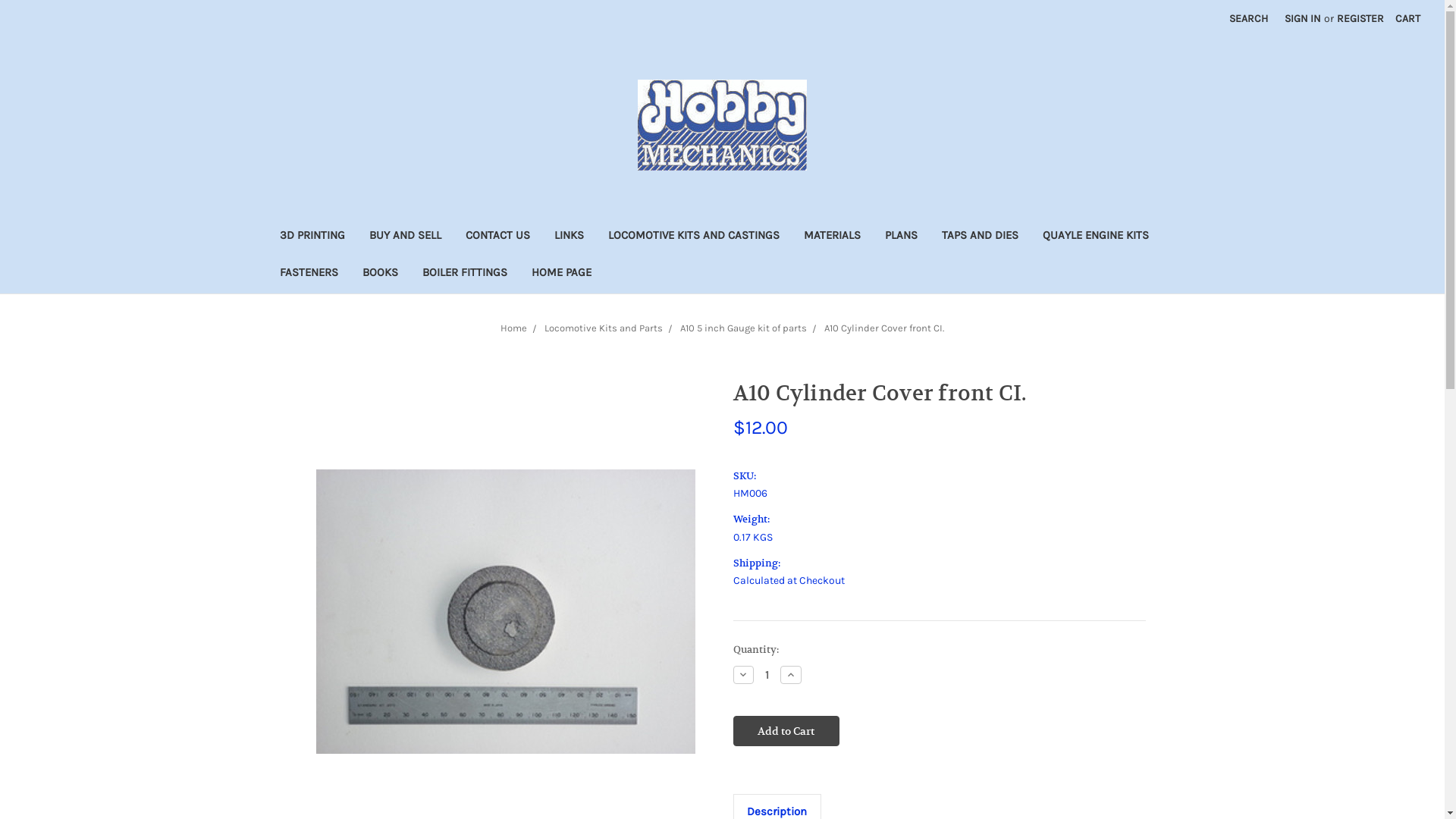  I want to click on 'QUAYLE ENGINE KITS', so click(1095, 237).